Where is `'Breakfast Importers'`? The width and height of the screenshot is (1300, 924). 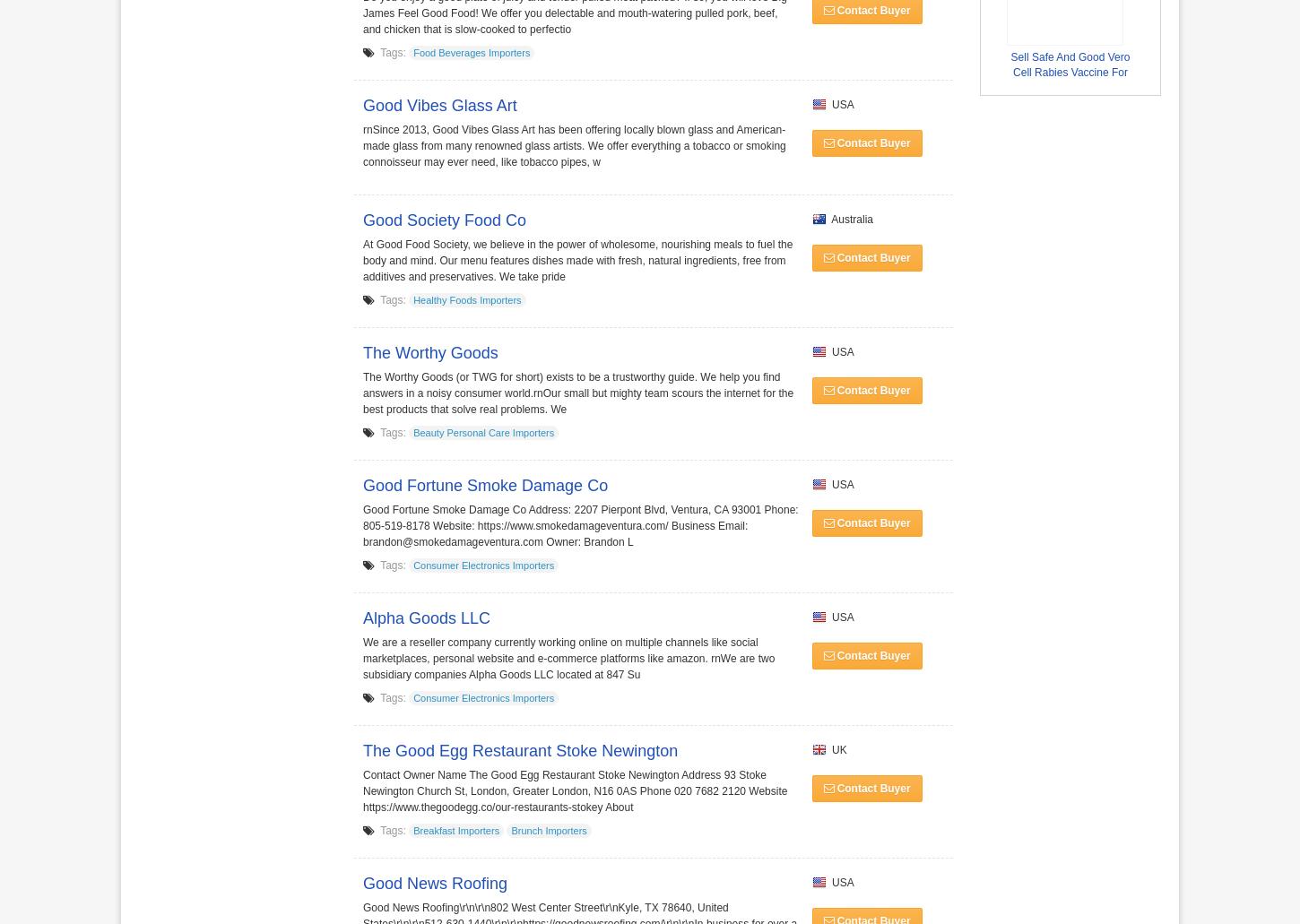 'Breakfast Importers' is located at coordinates (412, 830).